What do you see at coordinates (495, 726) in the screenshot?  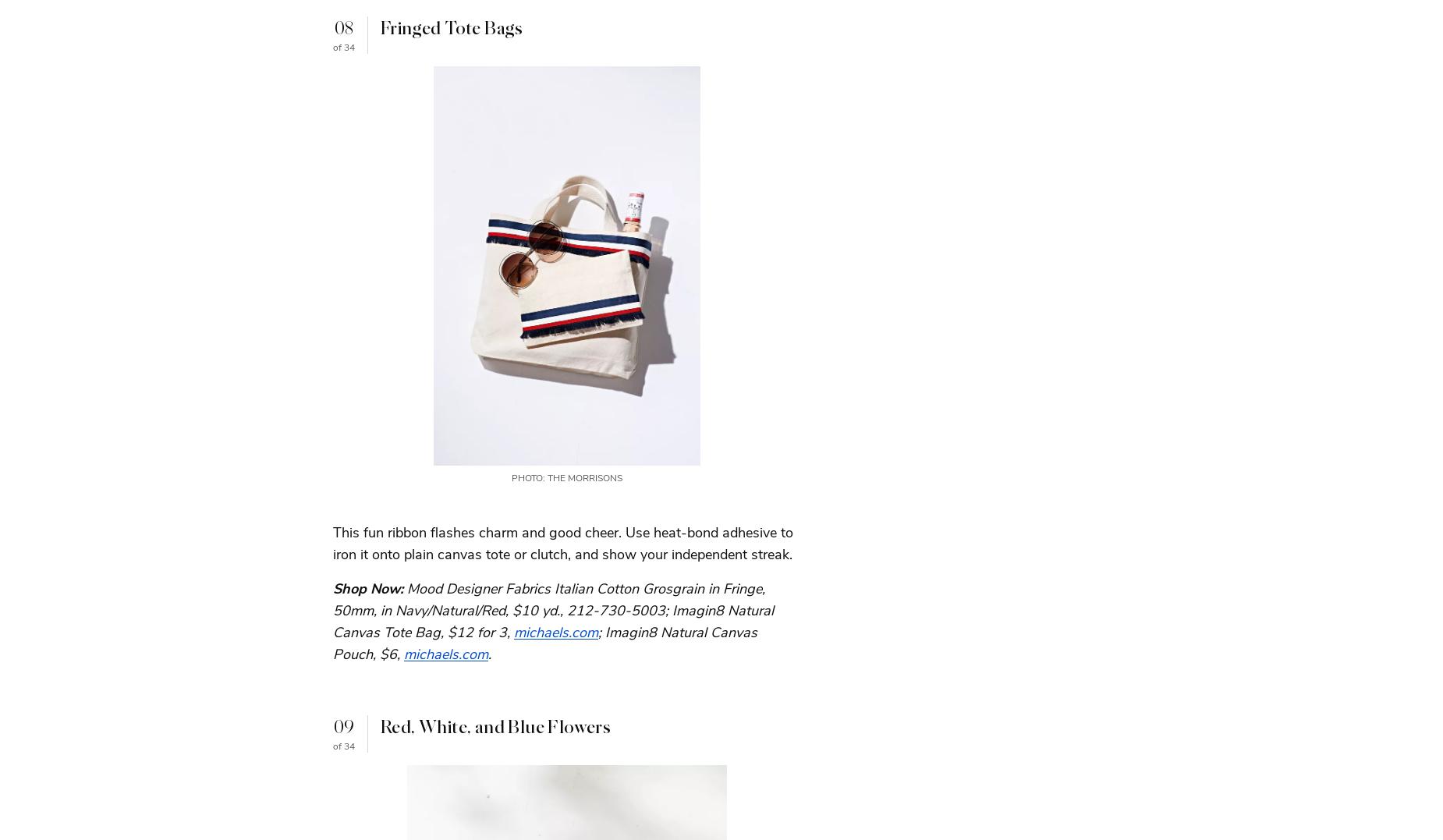 I see `'Red, White, and Blue Flowers'` at bounding box center [495, 726].